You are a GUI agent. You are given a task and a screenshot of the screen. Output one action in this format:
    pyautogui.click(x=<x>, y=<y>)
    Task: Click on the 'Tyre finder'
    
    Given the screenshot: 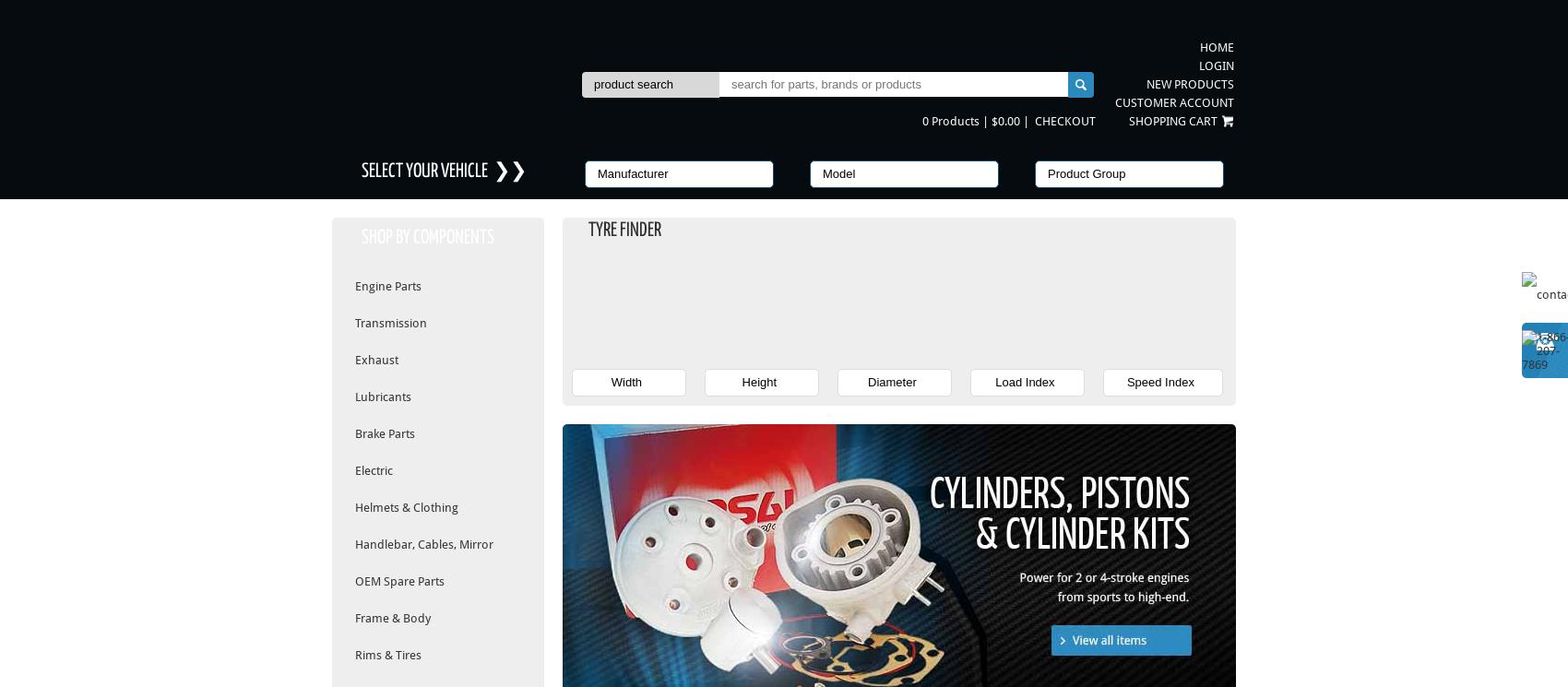 What is the action you would take?
    pyautogui.click(x=624, y=230)
    